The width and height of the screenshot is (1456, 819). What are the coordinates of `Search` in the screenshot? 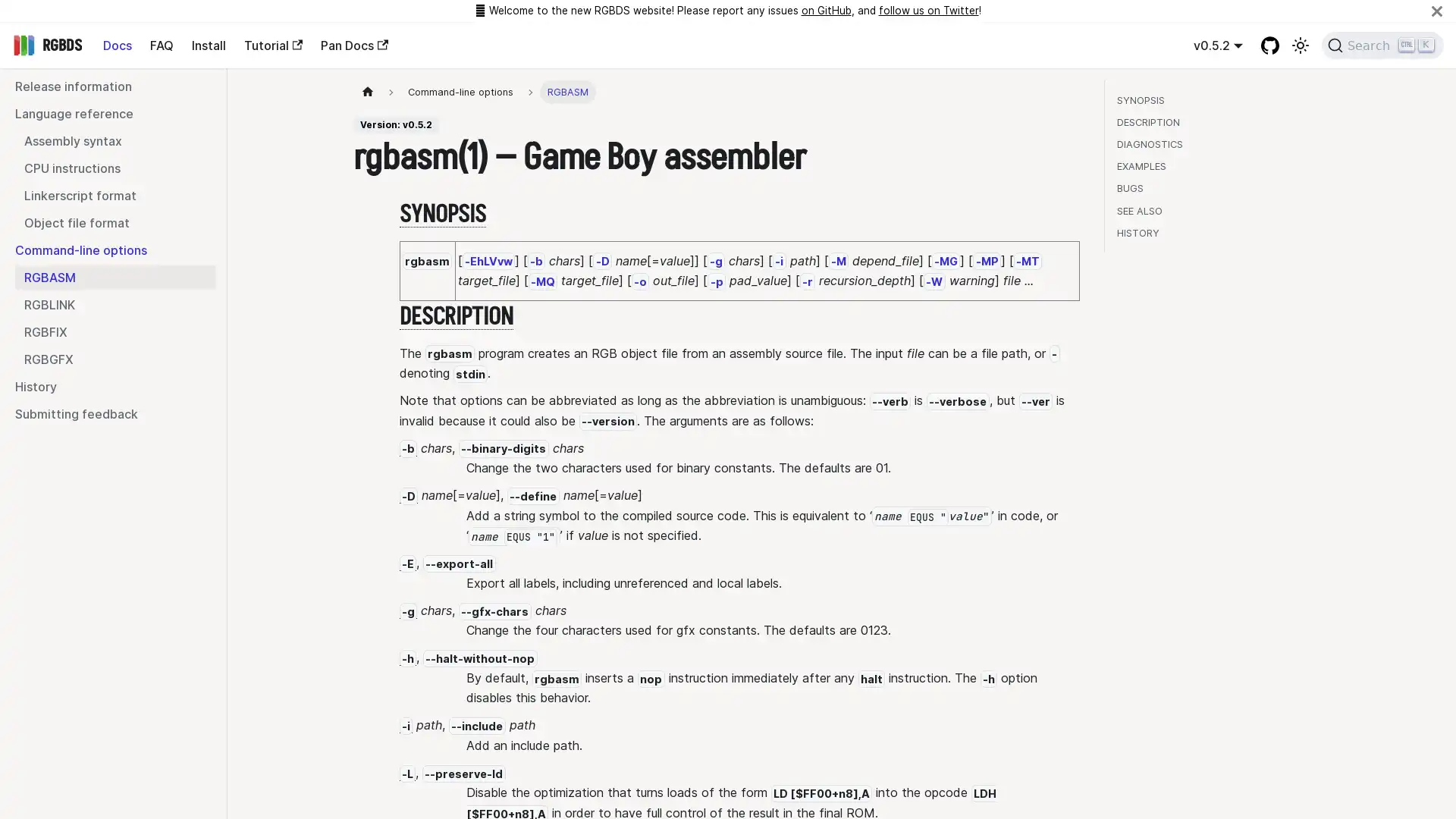 It's located at (1382, 45).